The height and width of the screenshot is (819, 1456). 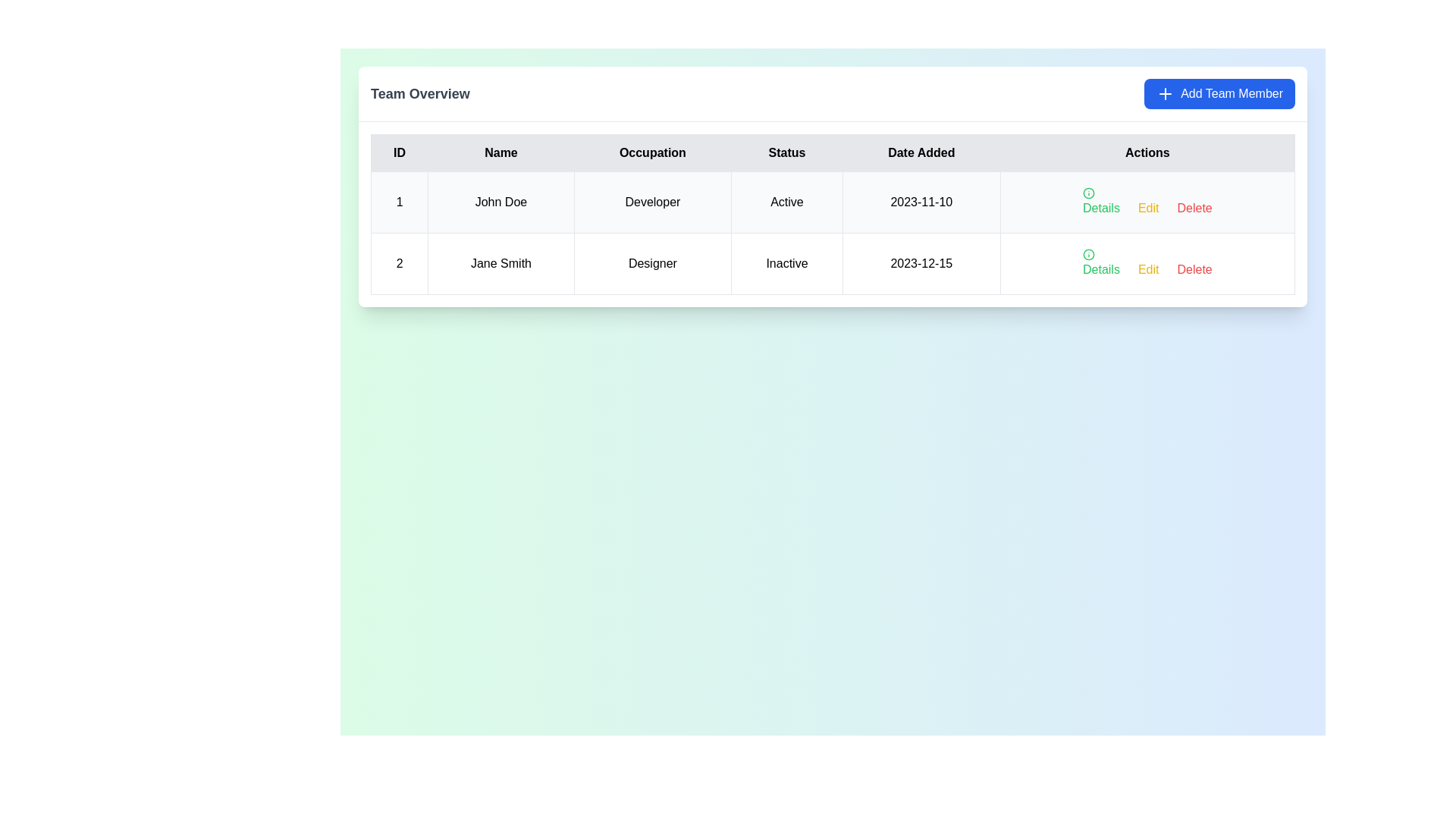 I want to click on the 'Delete' button, which is a red text label that changes color to darker red when hovered, located in the Actions column of the second row of the table, so click(x=1194, y=208).